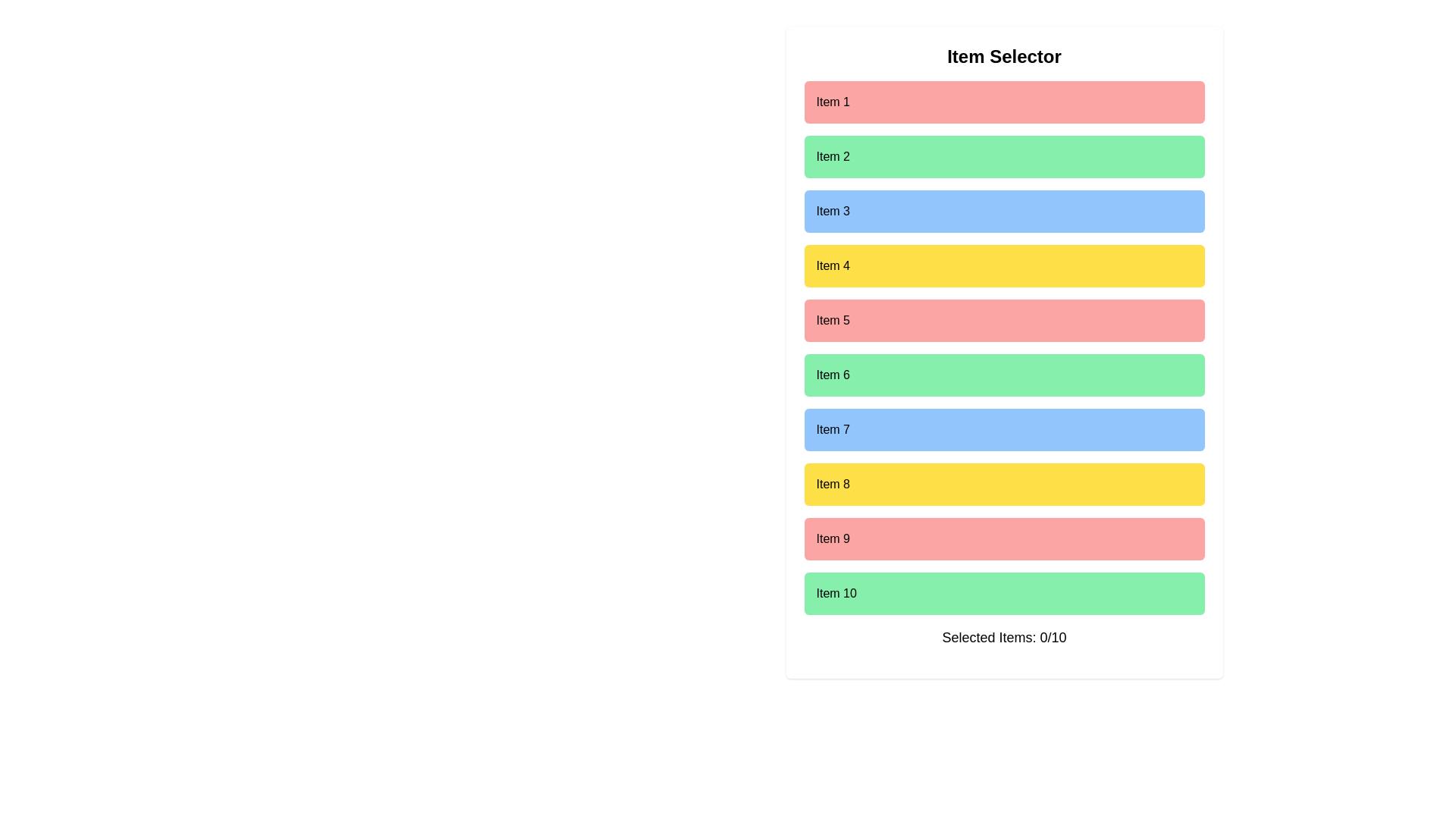 Image resolution: width=1456 pixels, height=819 pixels. Describe the element at coordinates (832, 157) in the screenshot. I see `text label displaying 'Item 2', which is located within the second green section of a vertically stacked list of sections` at that location.